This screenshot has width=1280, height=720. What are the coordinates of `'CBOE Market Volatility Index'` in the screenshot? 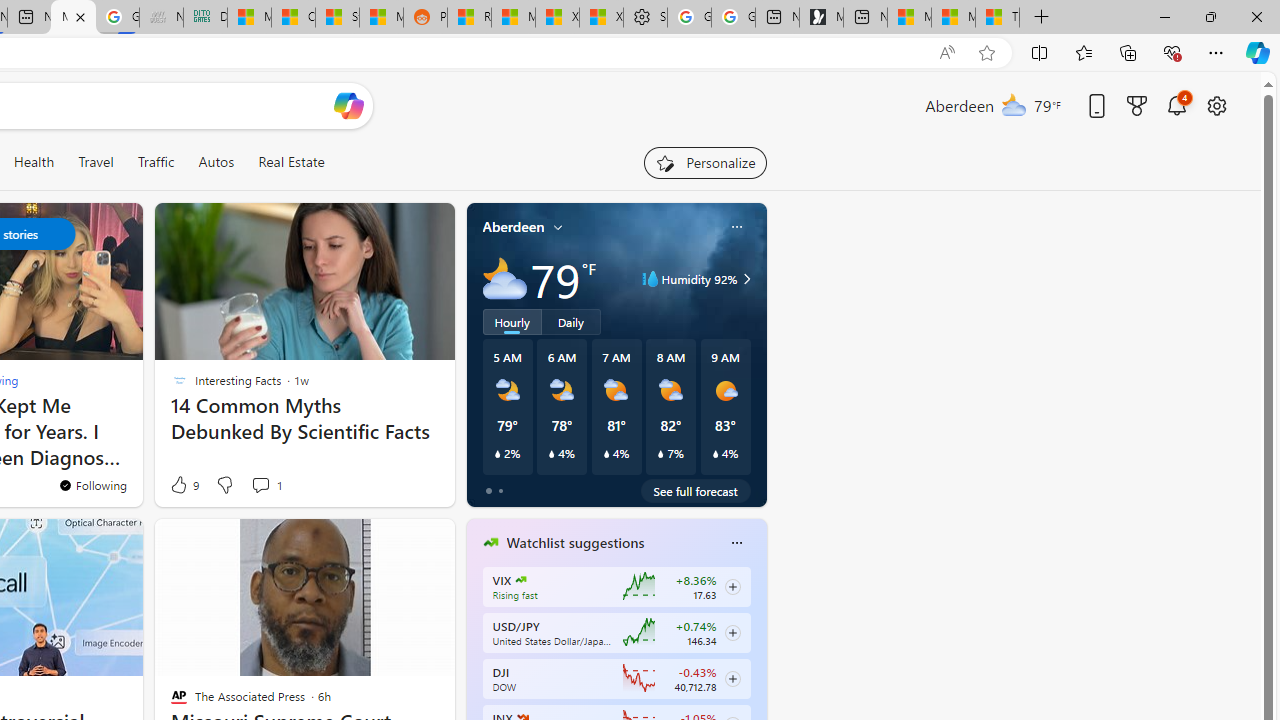 It's located at (520, 579).